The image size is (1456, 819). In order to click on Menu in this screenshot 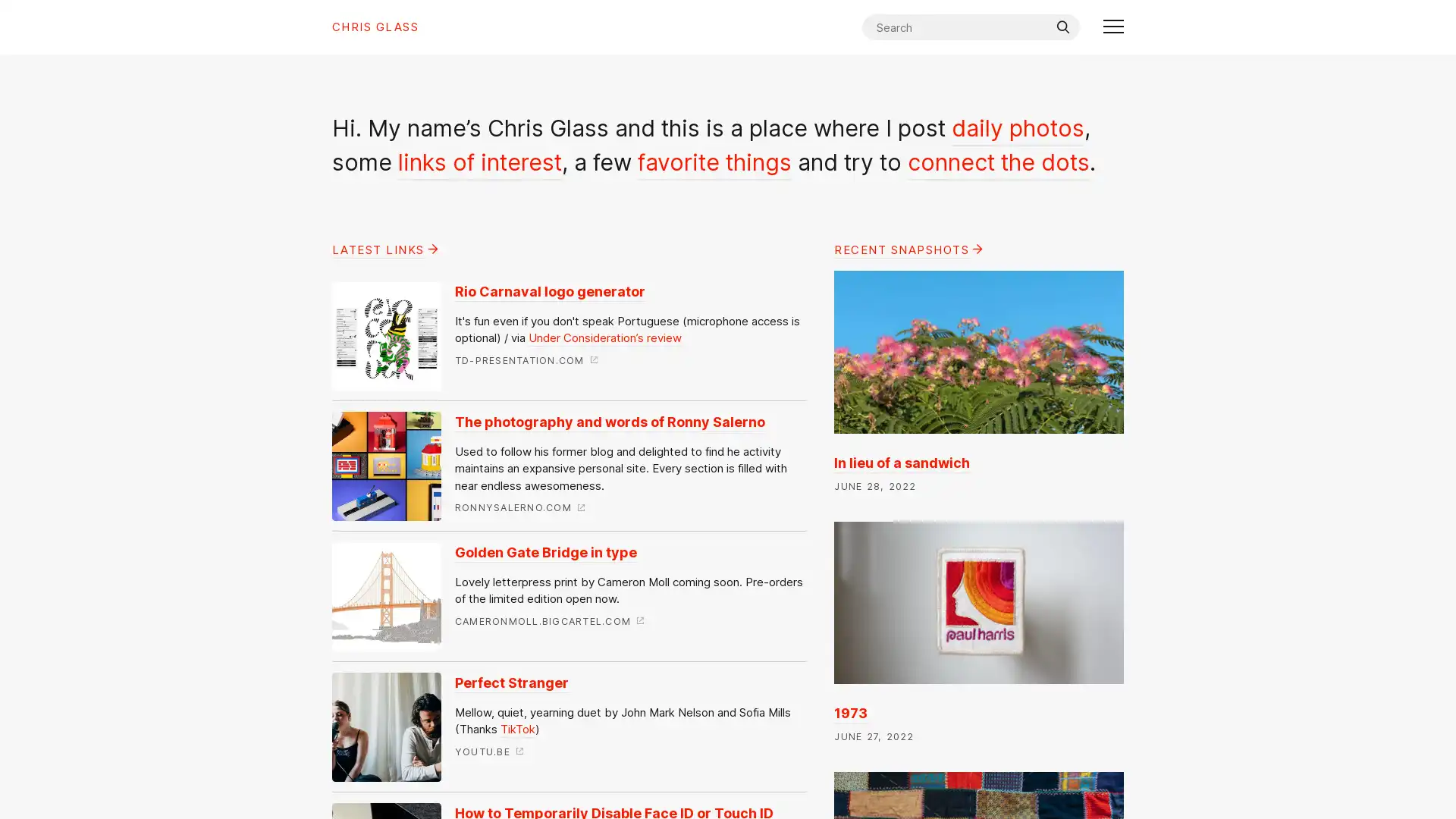, I will do `click(1113, 27)`.